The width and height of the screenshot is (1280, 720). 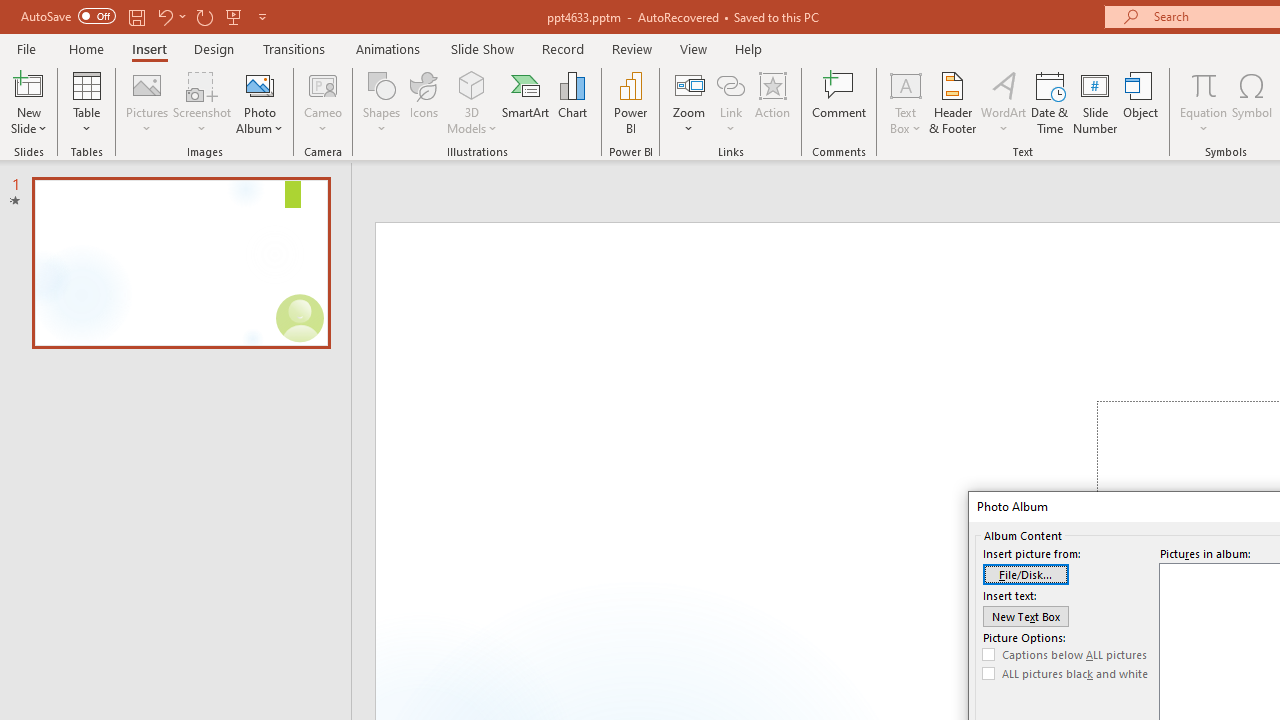 What do you see at coordinates (471, 103) in the screenshot?
I see `'3D Models'` at bounding box center [471, 103].